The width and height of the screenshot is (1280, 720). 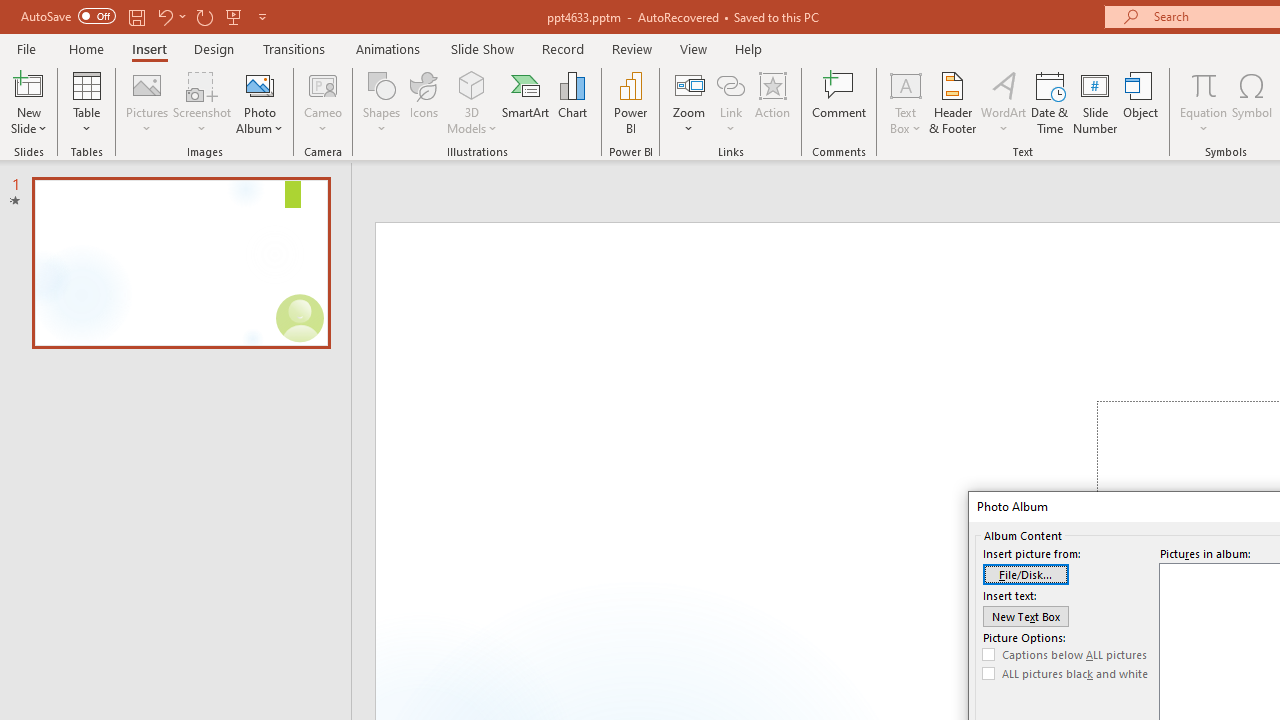 What do you see at coordinates (471, 103) in the screenshot?
I see `'3D Models'` at bounding box center [471, 103].